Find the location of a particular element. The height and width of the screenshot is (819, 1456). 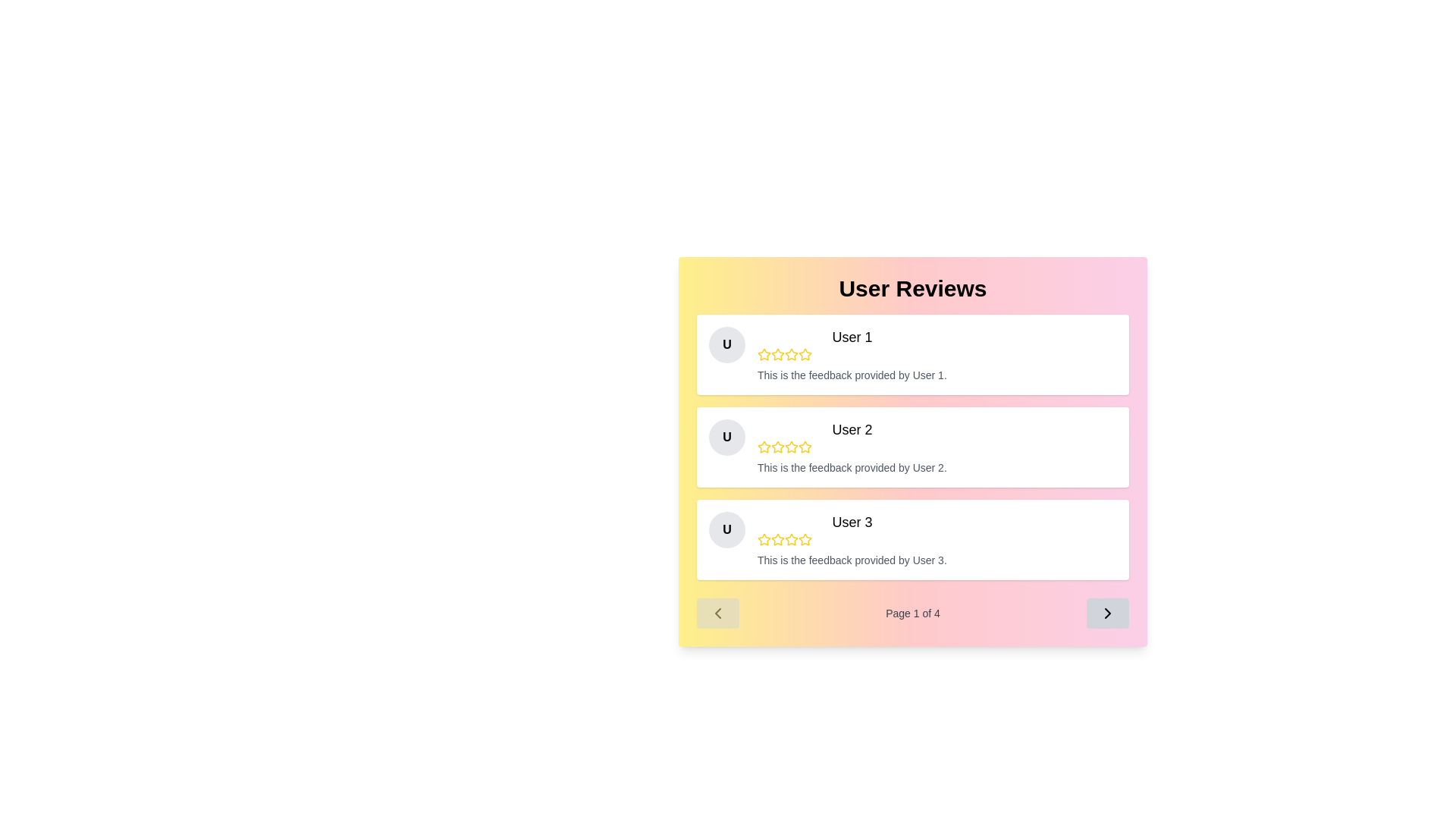

the yellow star icon with a hollow center, which is the second star in a row of five stars within the user review component for 'User 2', to rate it is located at coordinates (778, 446).